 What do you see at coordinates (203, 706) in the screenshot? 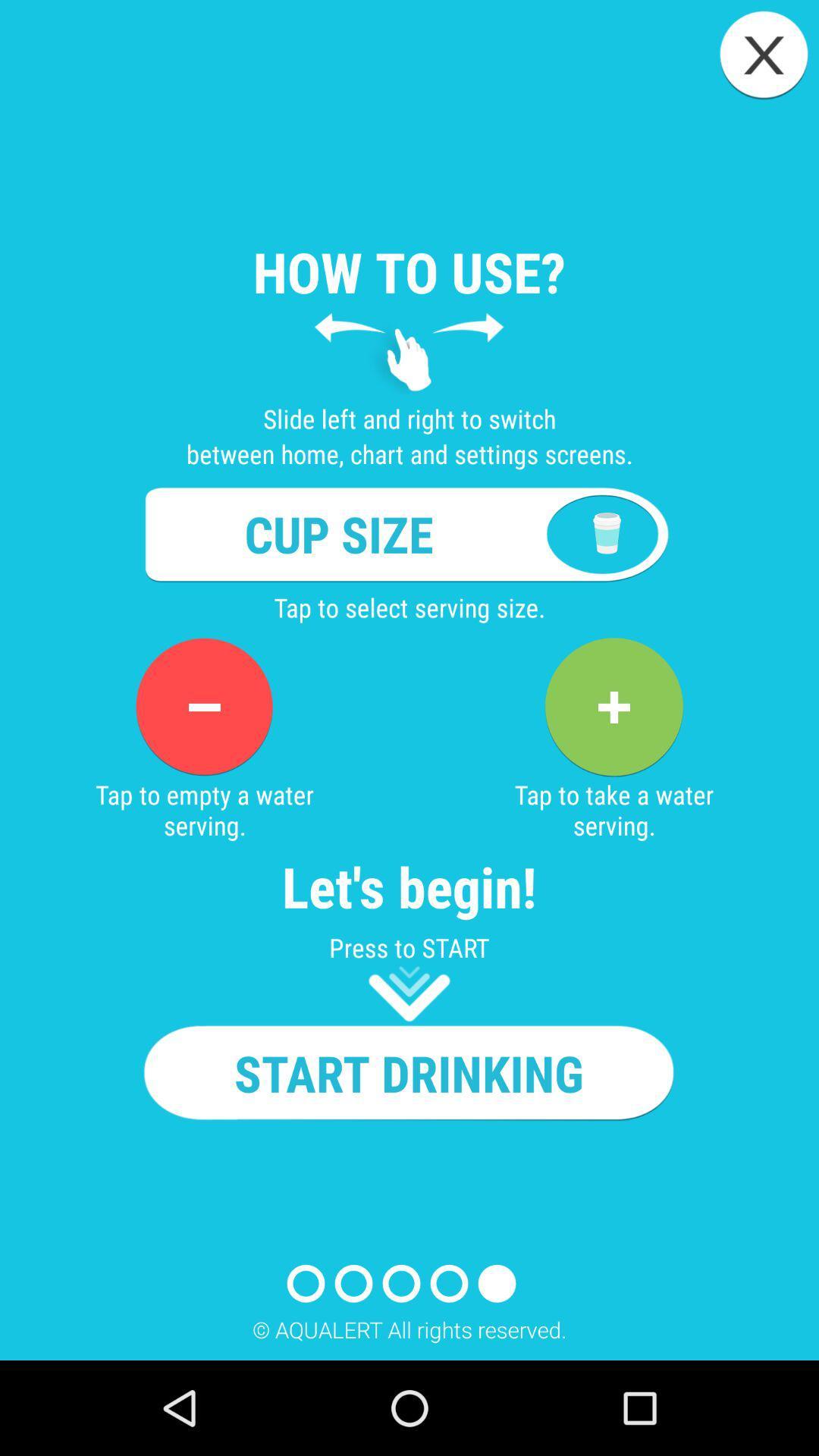
I see `icon above tap to empty` at bounding box center [203, 706].